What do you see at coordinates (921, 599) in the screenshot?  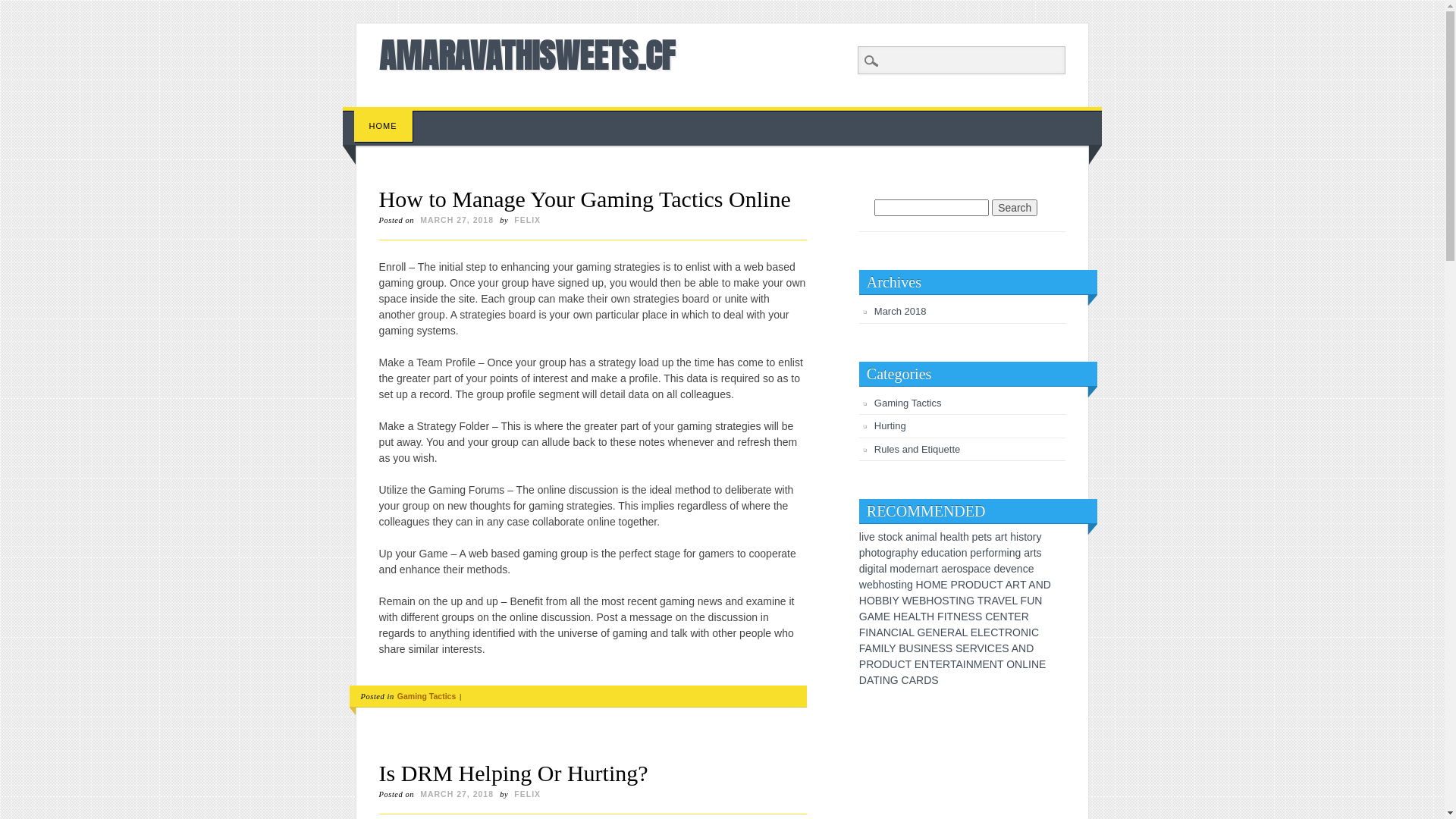 I see `'B'` at bounding box center [921, 599].